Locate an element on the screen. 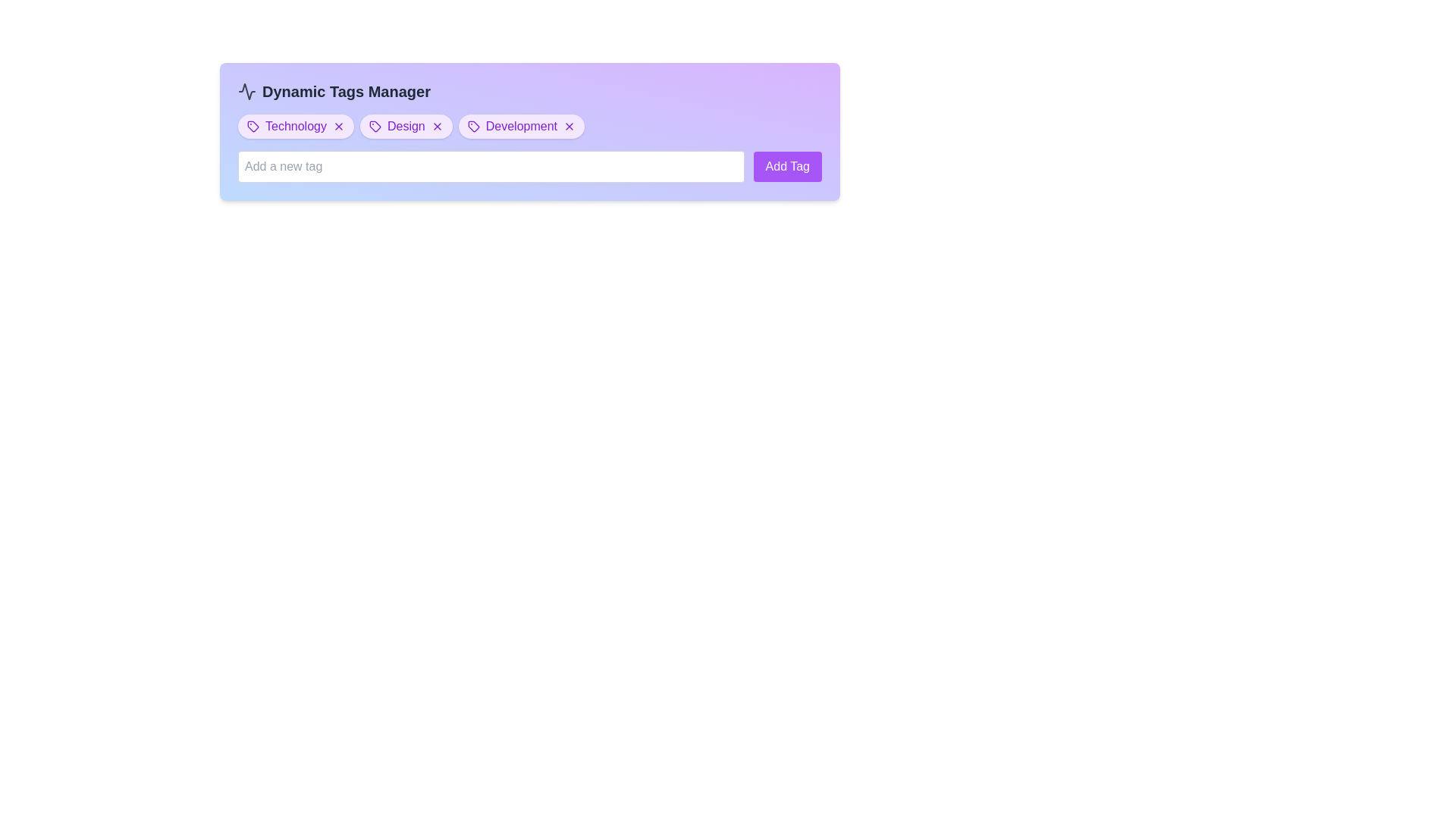  the small, round tag icon styled in purple tones, located to the left of the word 'Technology' within the 'Technology' tag component is located at coordinates (253, 125).